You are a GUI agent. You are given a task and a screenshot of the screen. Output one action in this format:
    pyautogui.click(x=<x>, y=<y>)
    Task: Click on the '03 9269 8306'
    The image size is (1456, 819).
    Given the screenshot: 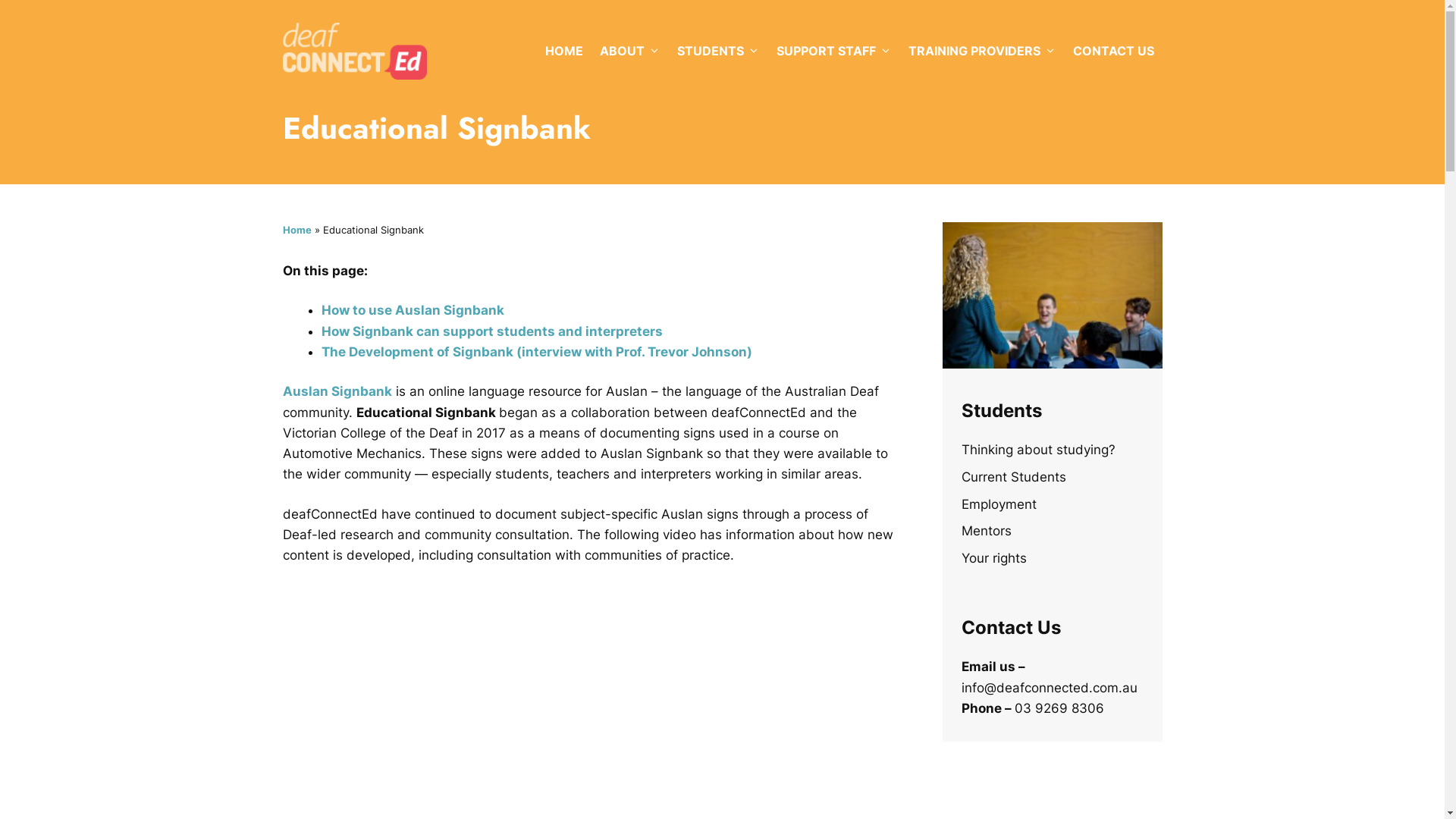 What is the action you would take?
    pyautogui.click(x=1015, y=708)
    